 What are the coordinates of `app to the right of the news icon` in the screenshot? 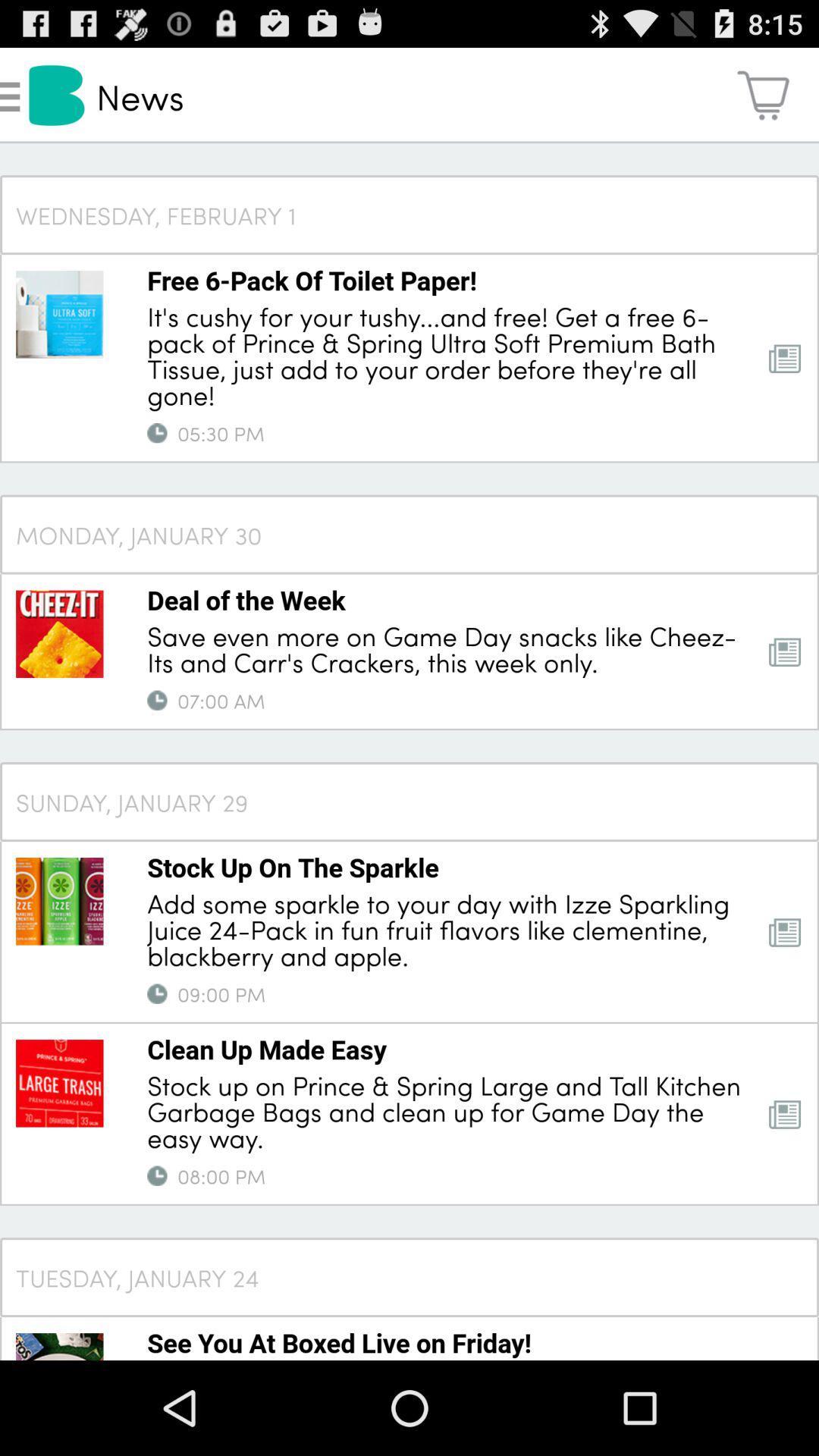 It's located at (763, 94).